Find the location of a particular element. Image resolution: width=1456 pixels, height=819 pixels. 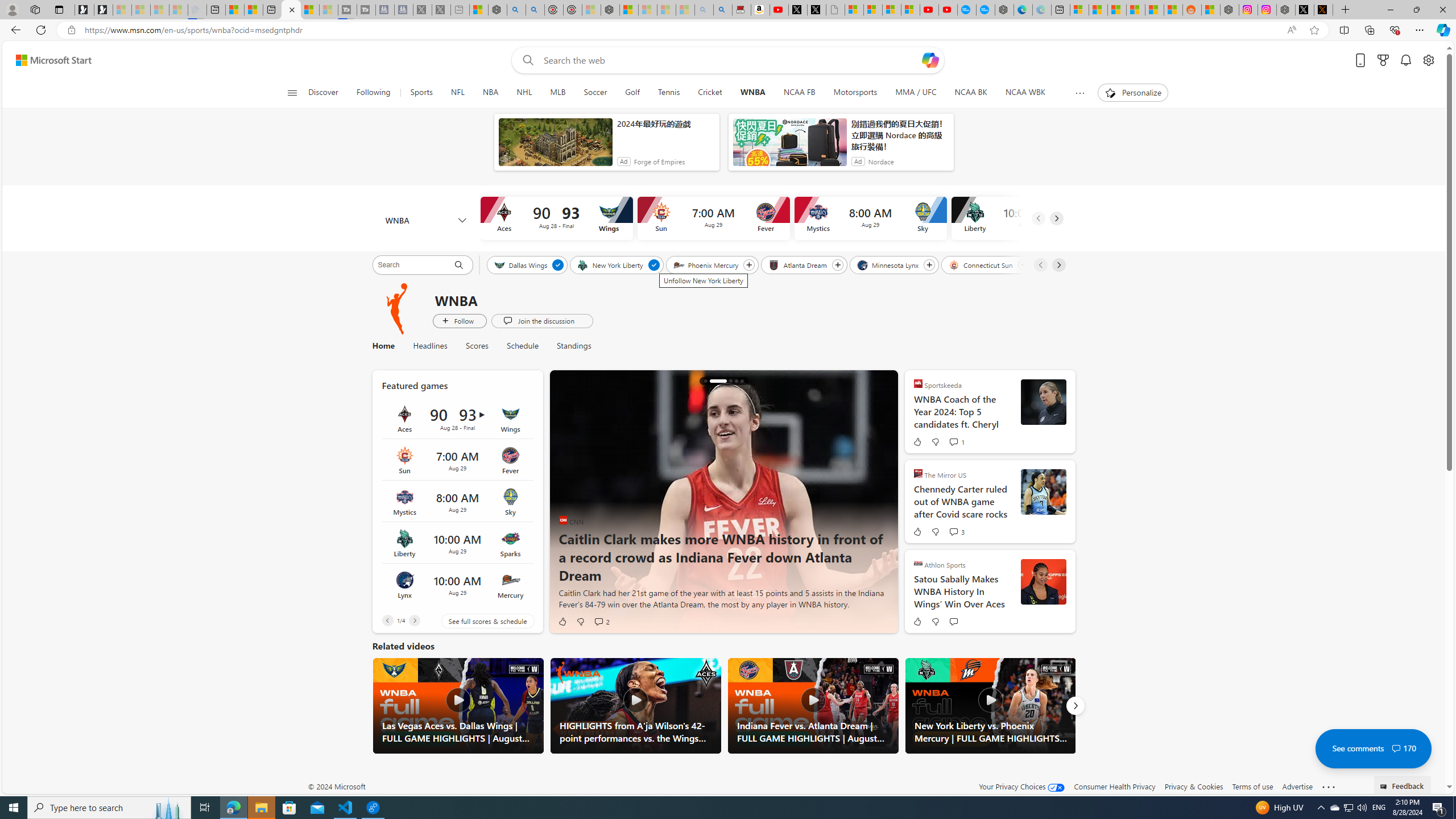

'NCAA WBK' is located at coordinates (1024, 92).